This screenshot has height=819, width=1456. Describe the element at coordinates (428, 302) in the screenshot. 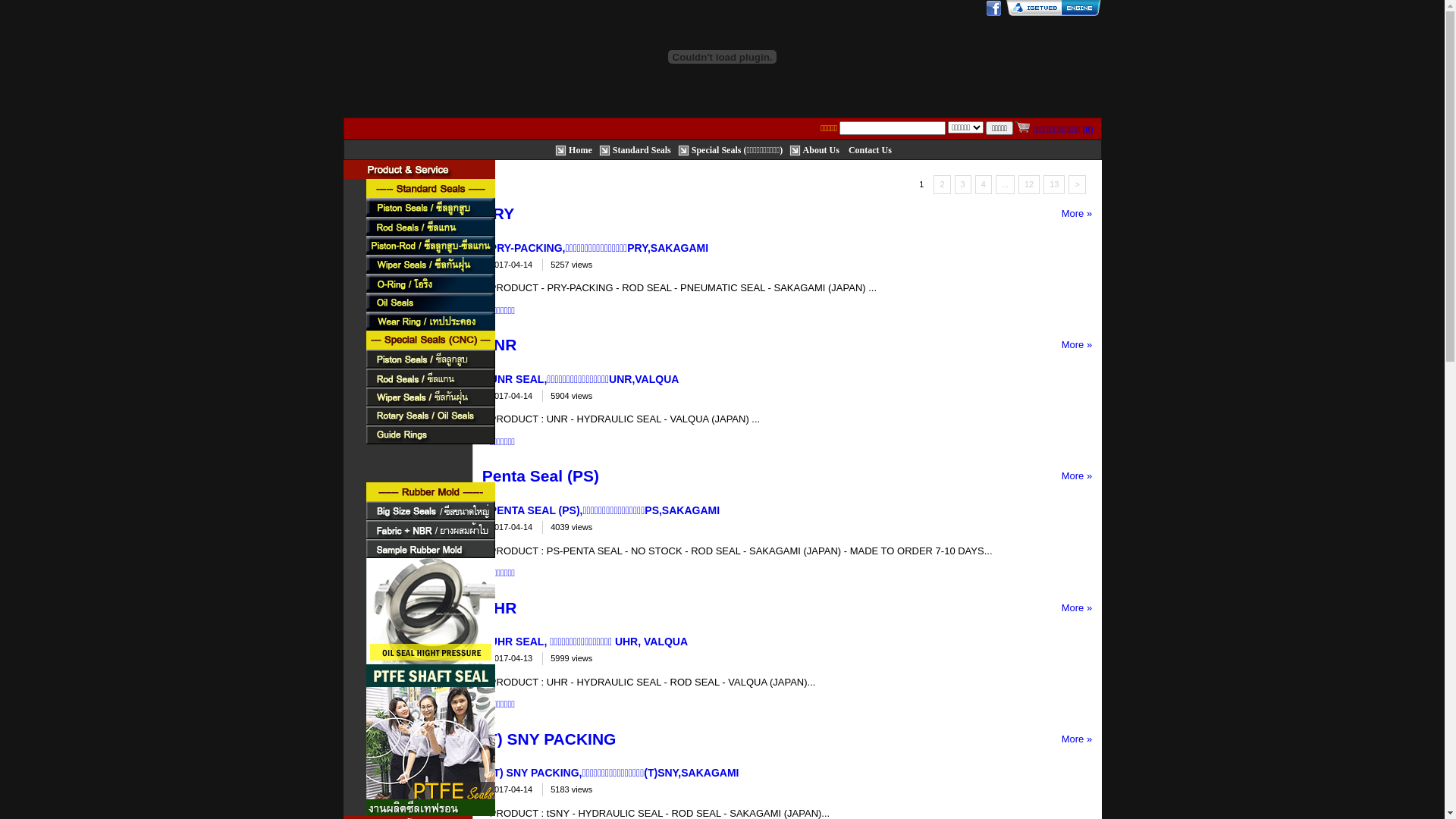

I see `'Oil Seal'` at that location.